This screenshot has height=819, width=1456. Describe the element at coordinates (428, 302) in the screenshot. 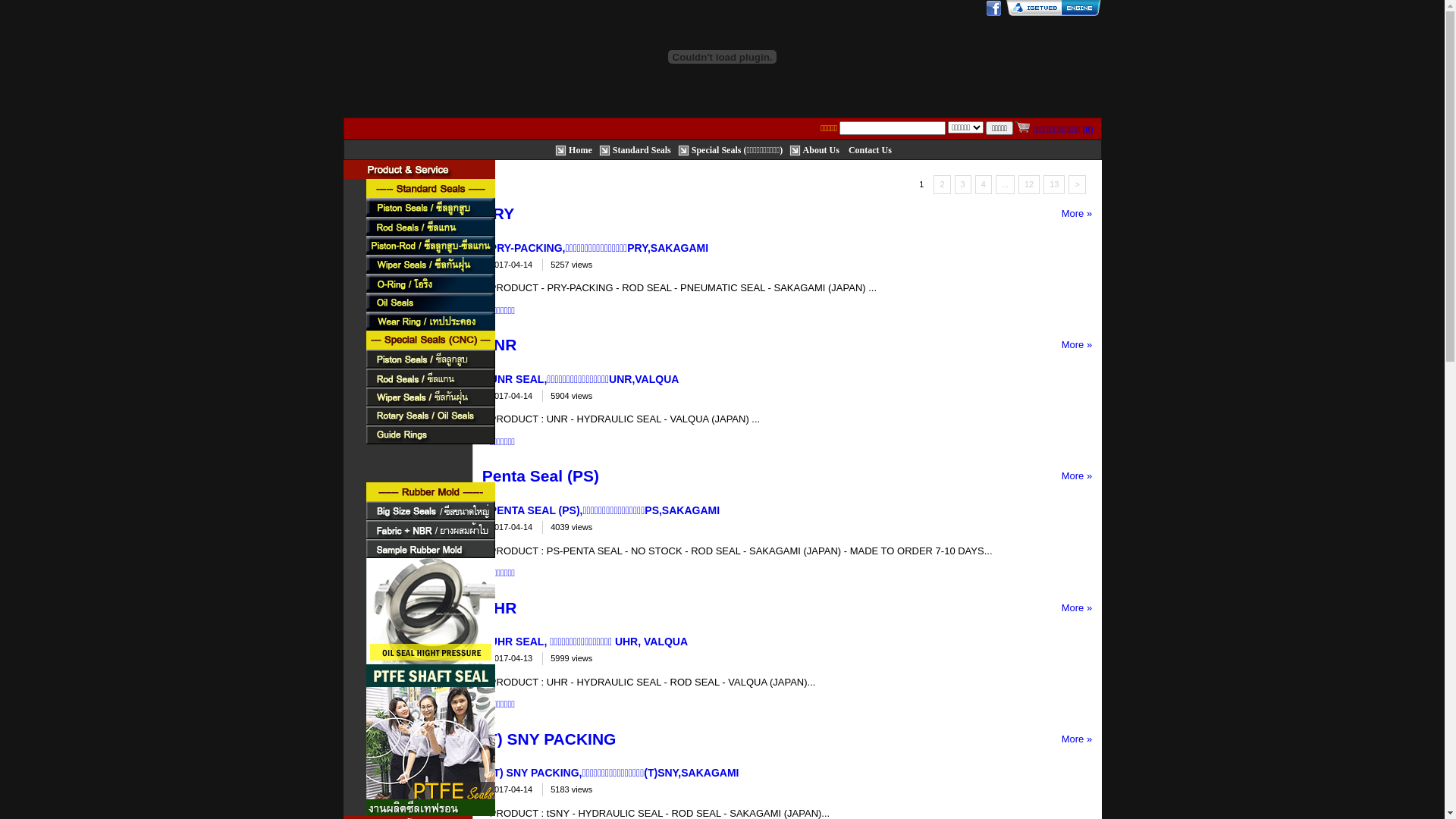

I see `'Oil Seal'` at that location.